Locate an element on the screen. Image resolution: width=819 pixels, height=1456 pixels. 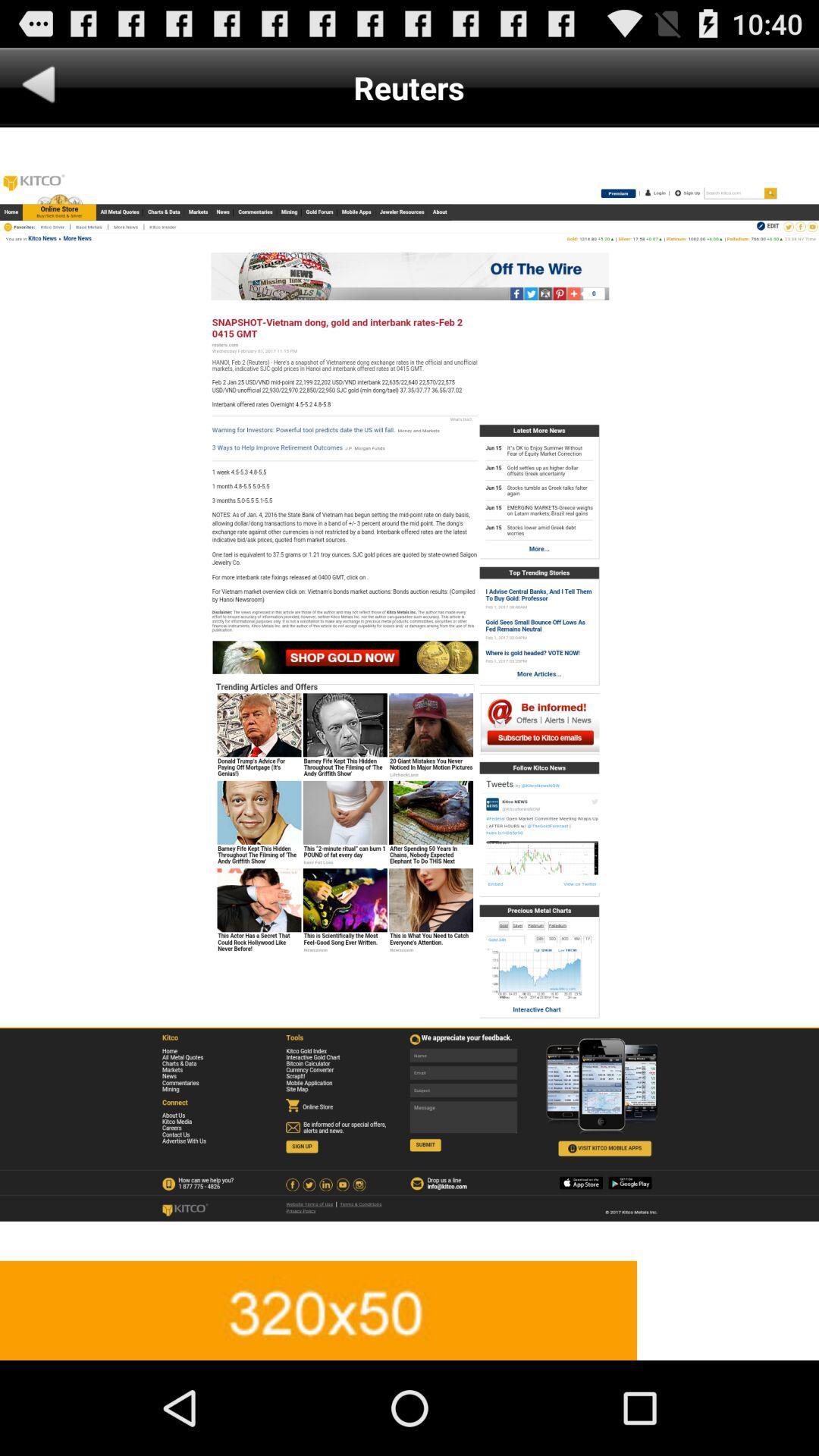
change advertisement size is located at coordinates (409, 1310).